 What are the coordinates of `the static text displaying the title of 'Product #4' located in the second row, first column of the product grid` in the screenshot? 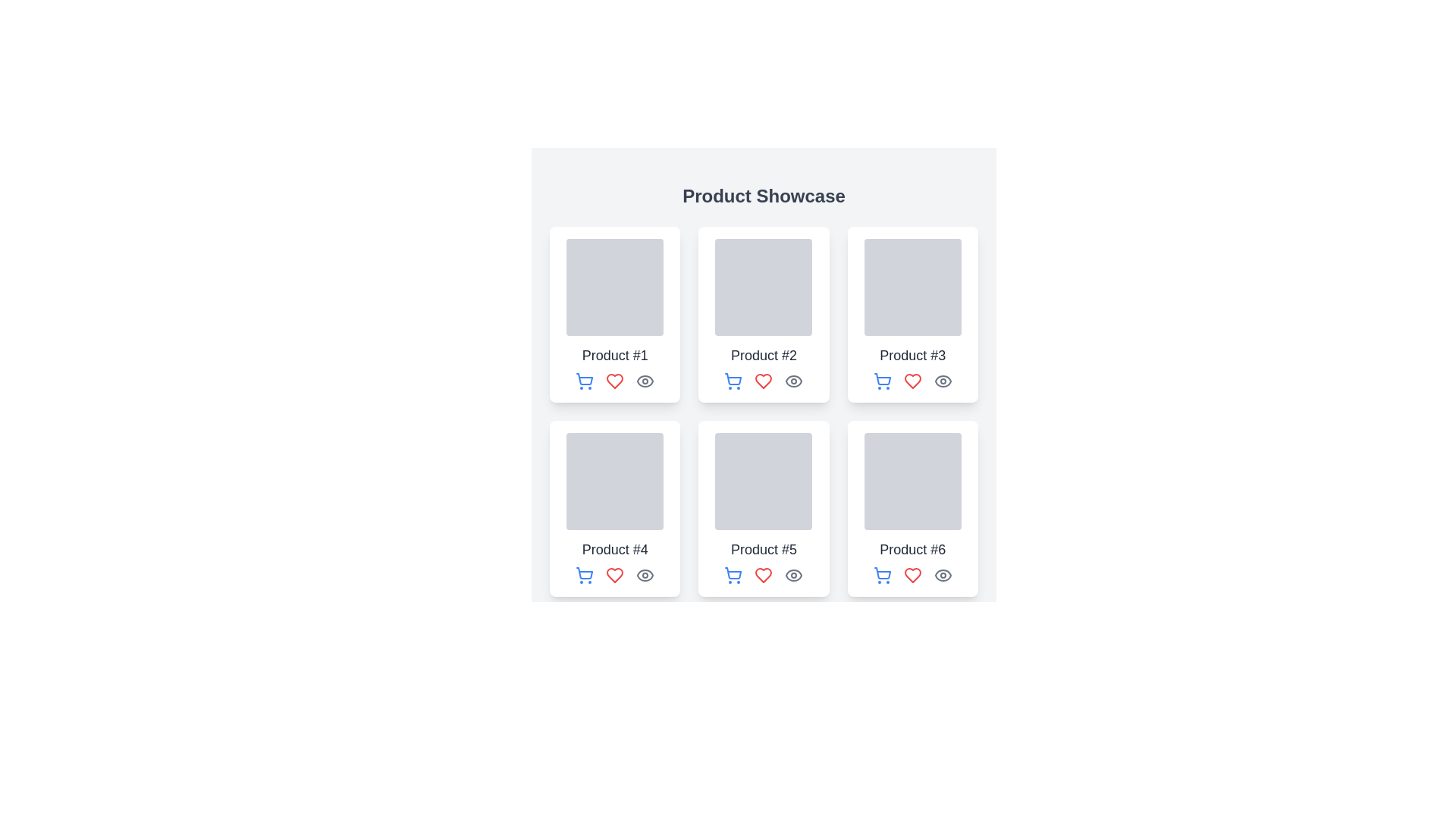 It's located at (615, 550).